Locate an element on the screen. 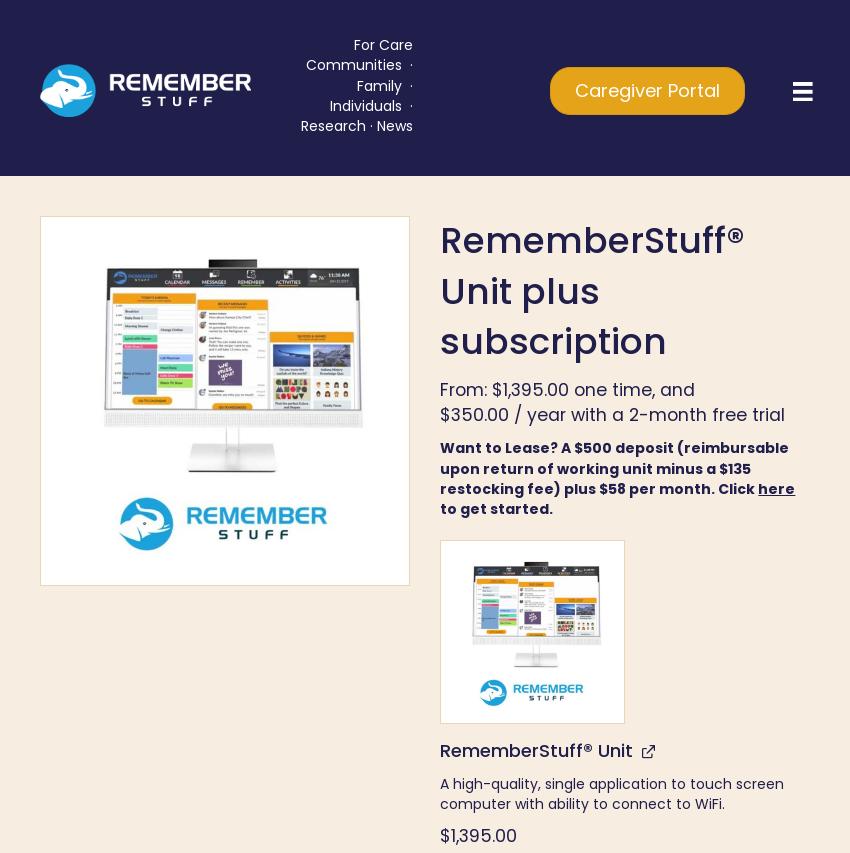  'Family' is located at coordinates (378, 83).